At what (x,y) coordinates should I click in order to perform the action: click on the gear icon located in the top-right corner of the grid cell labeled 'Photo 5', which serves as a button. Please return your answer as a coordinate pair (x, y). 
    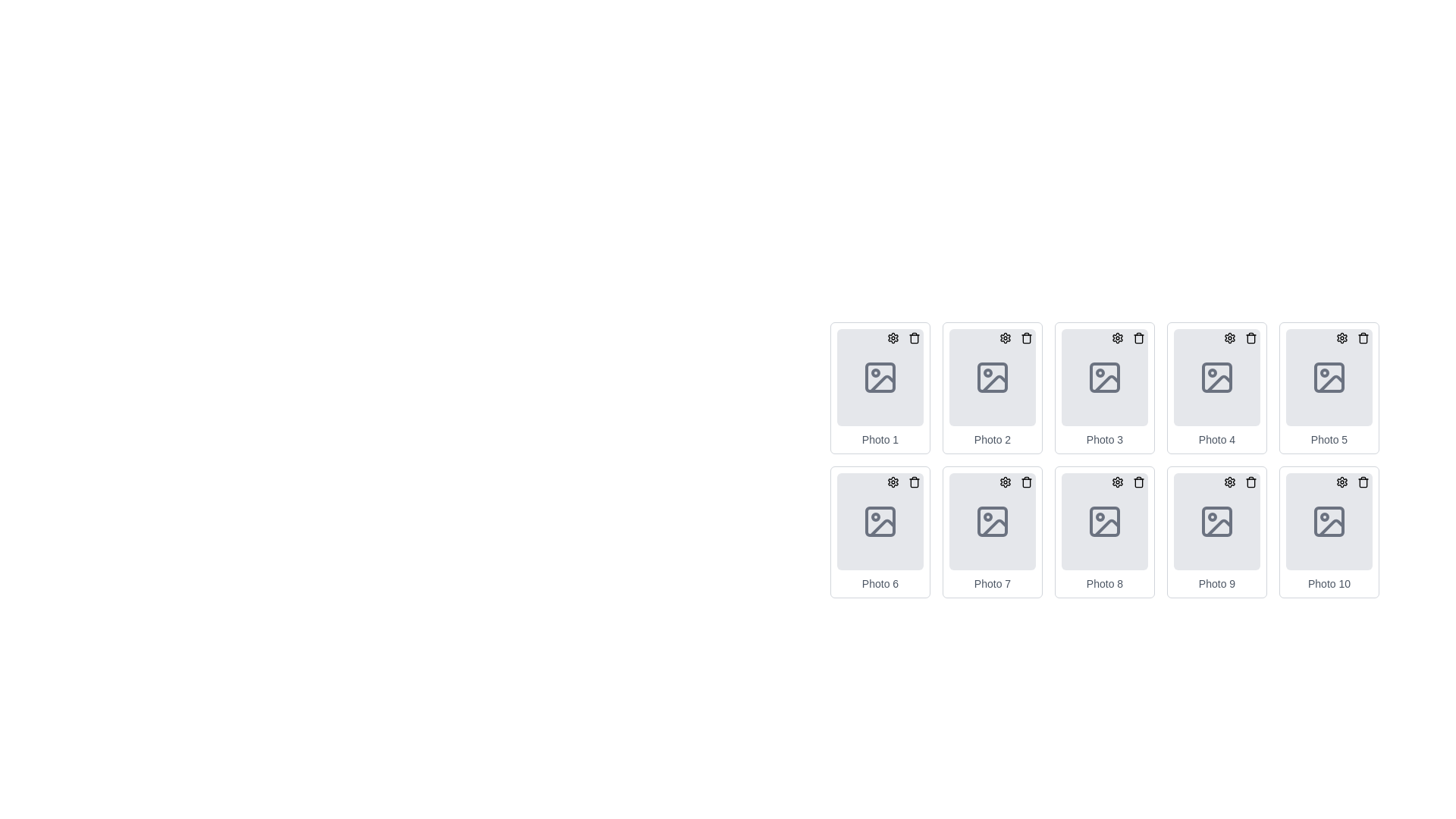
    Looking at the image, I should click on (1342, 337).